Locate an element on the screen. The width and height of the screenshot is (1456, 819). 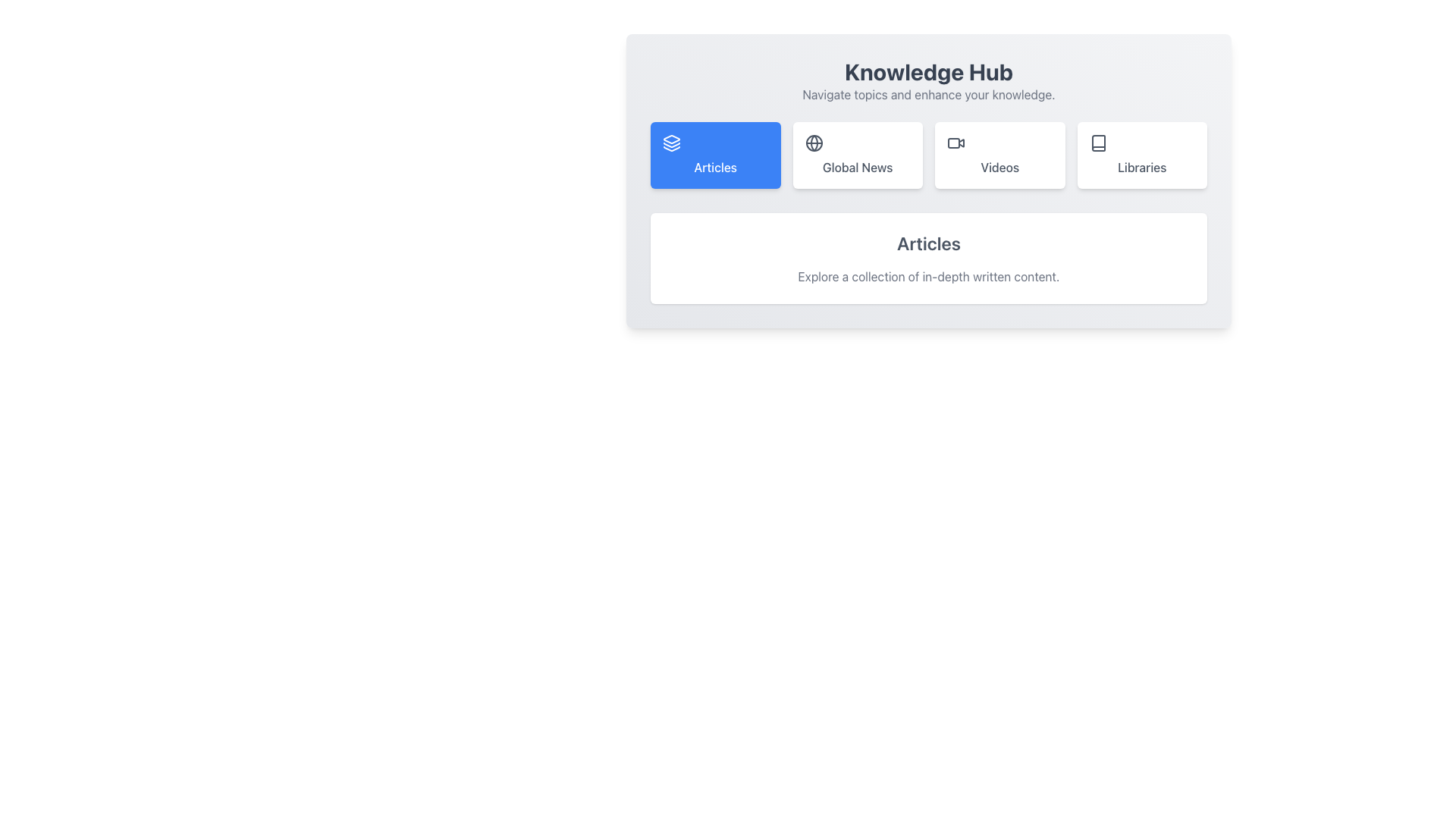
the 'Articles' icon located on the leftmost side of the icon group, which includes 'Global News', 'Videos', and 'Libraries' is located at coordinates (671, 140).